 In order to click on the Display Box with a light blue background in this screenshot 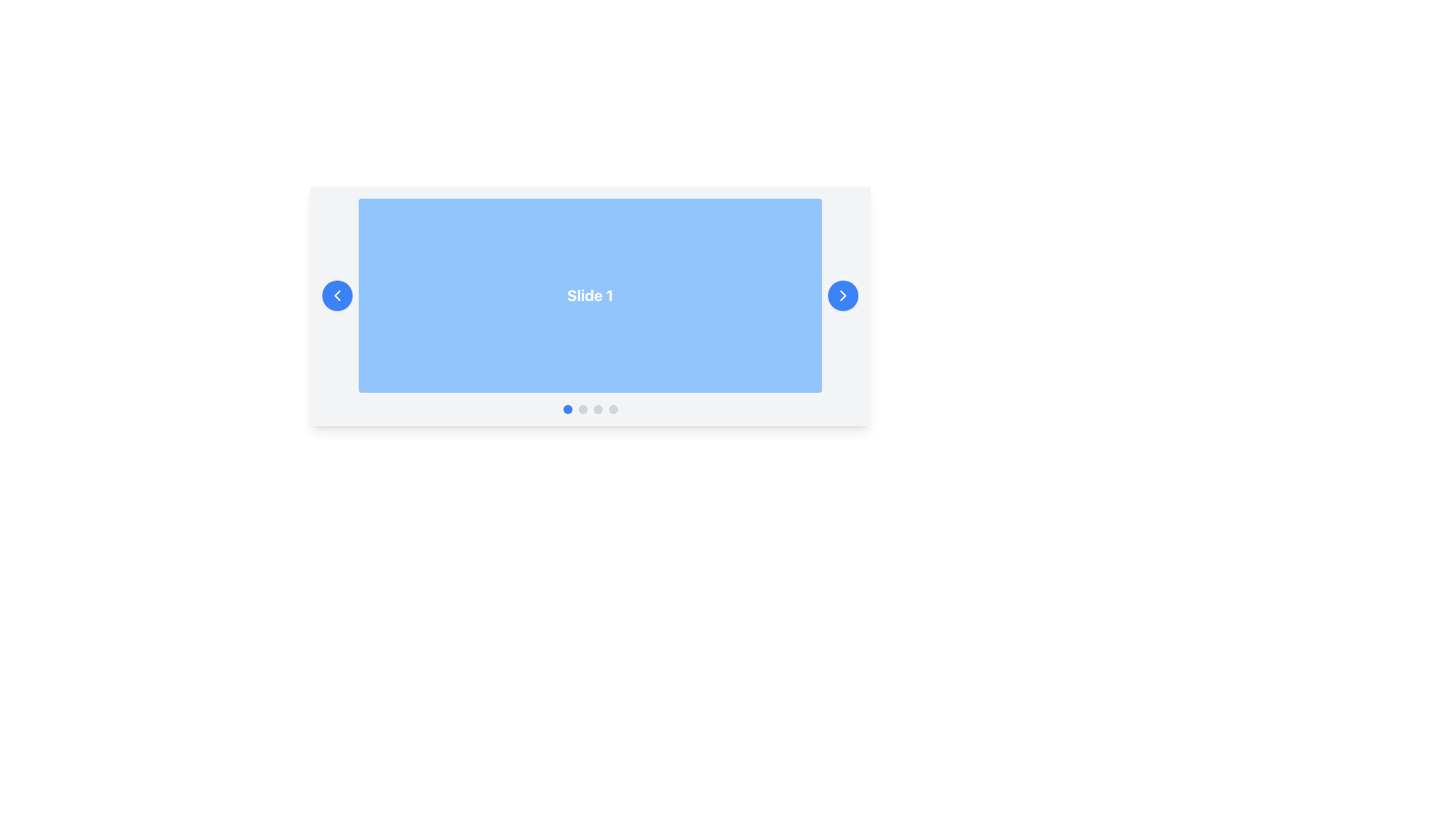, I will do `click(589, 295)`.